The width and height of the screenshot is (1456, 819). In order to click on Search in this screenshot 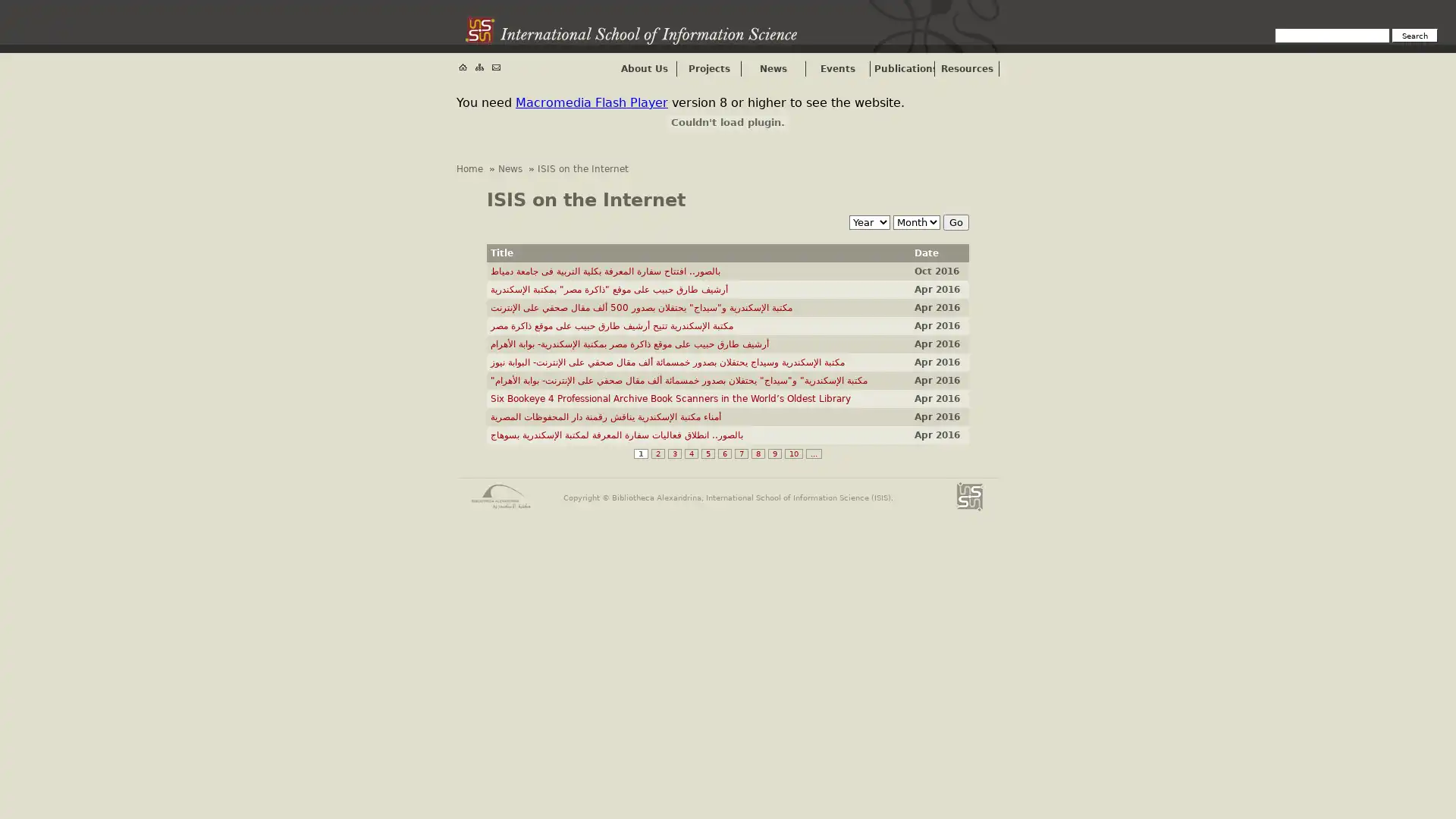, I will do `click(1414, 34)`.